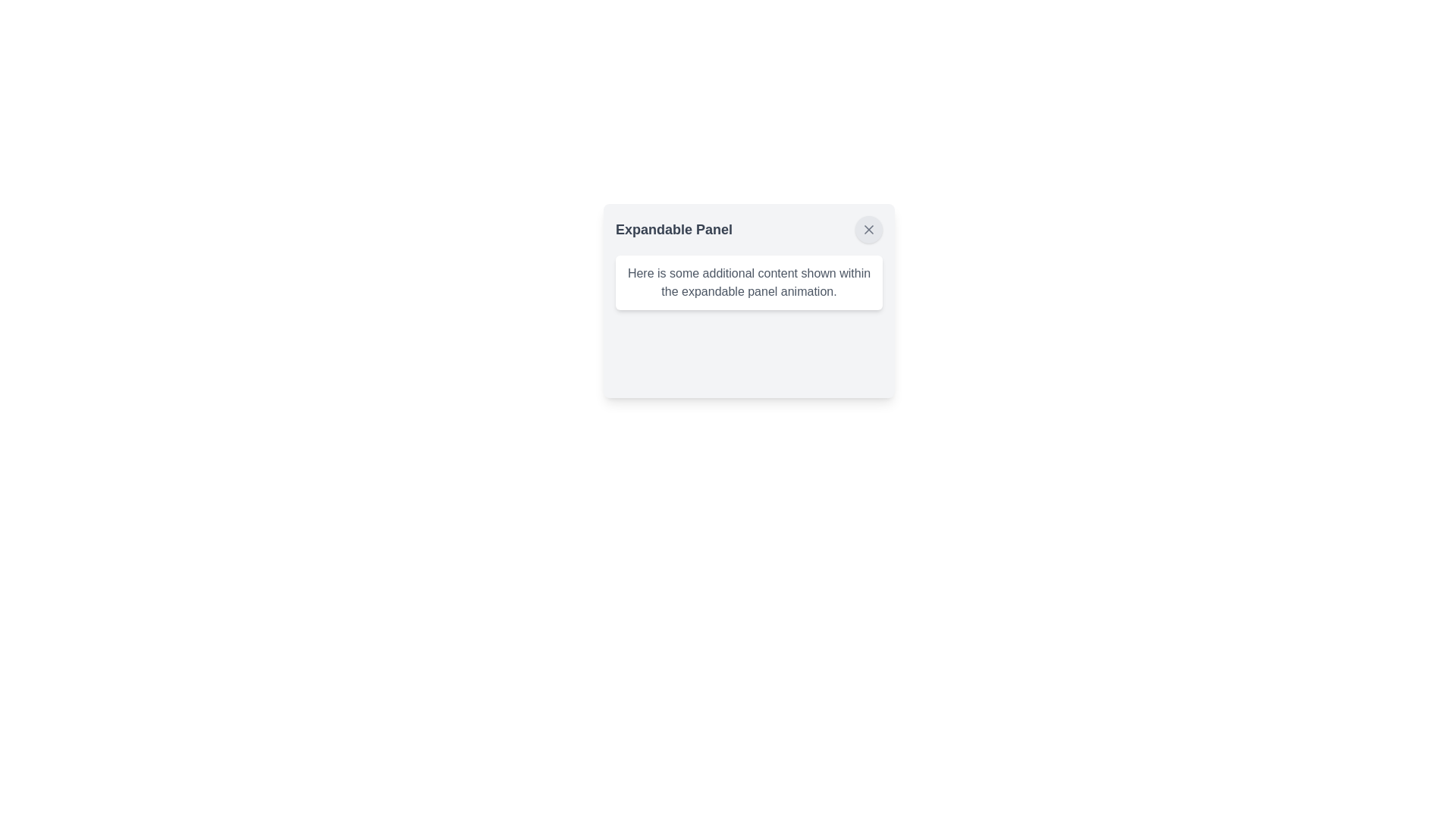  What do you see at coordinates (749, 283) in the screenshot?
I see `text content displayed in the informational area of the 'Expandable Panel', which is located below the panel's title text` at bounding box center [749, 283].